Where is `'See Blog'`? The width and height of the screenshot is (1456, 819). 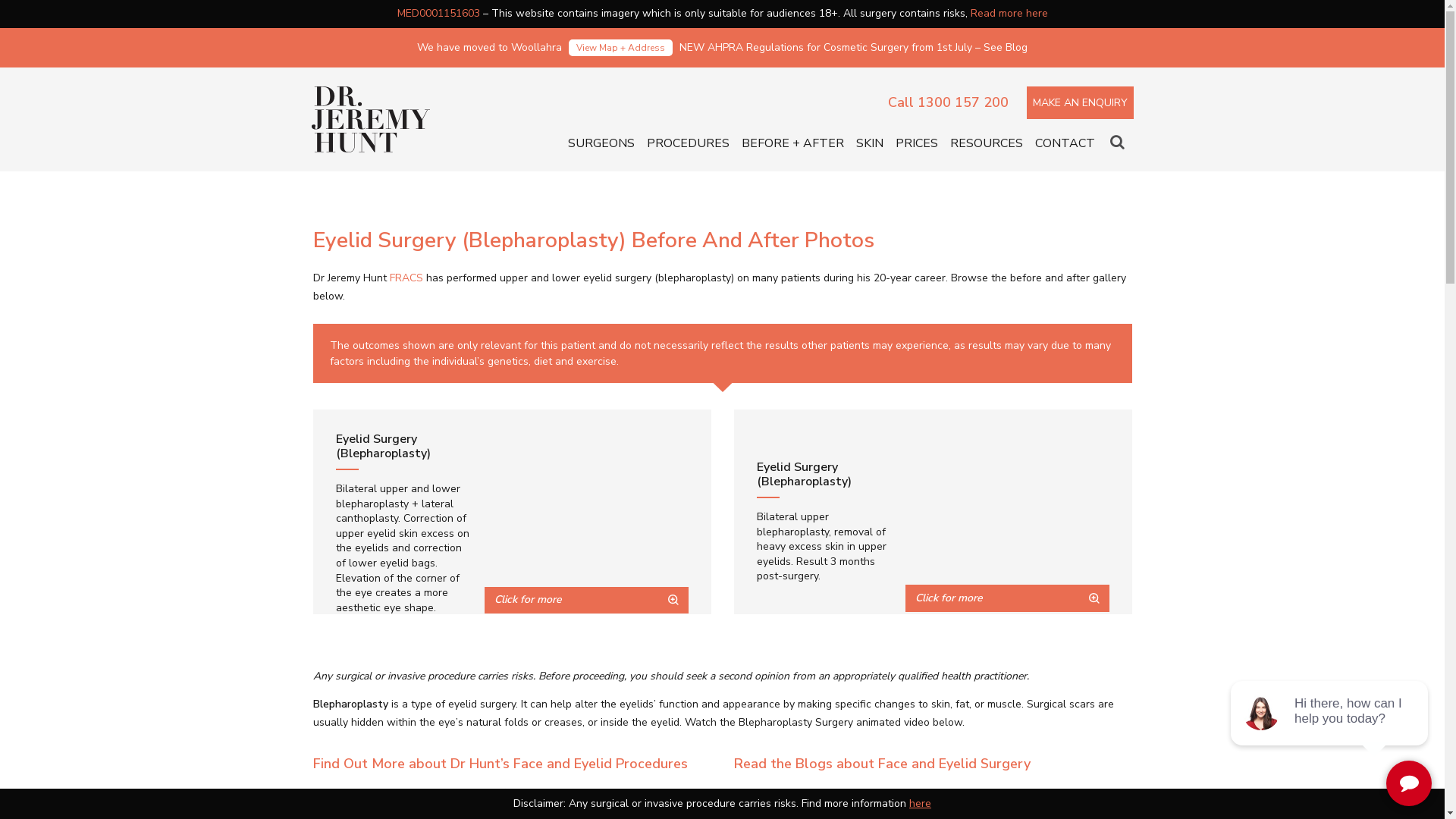
'See Blog' is located at coordinates (983, 46).